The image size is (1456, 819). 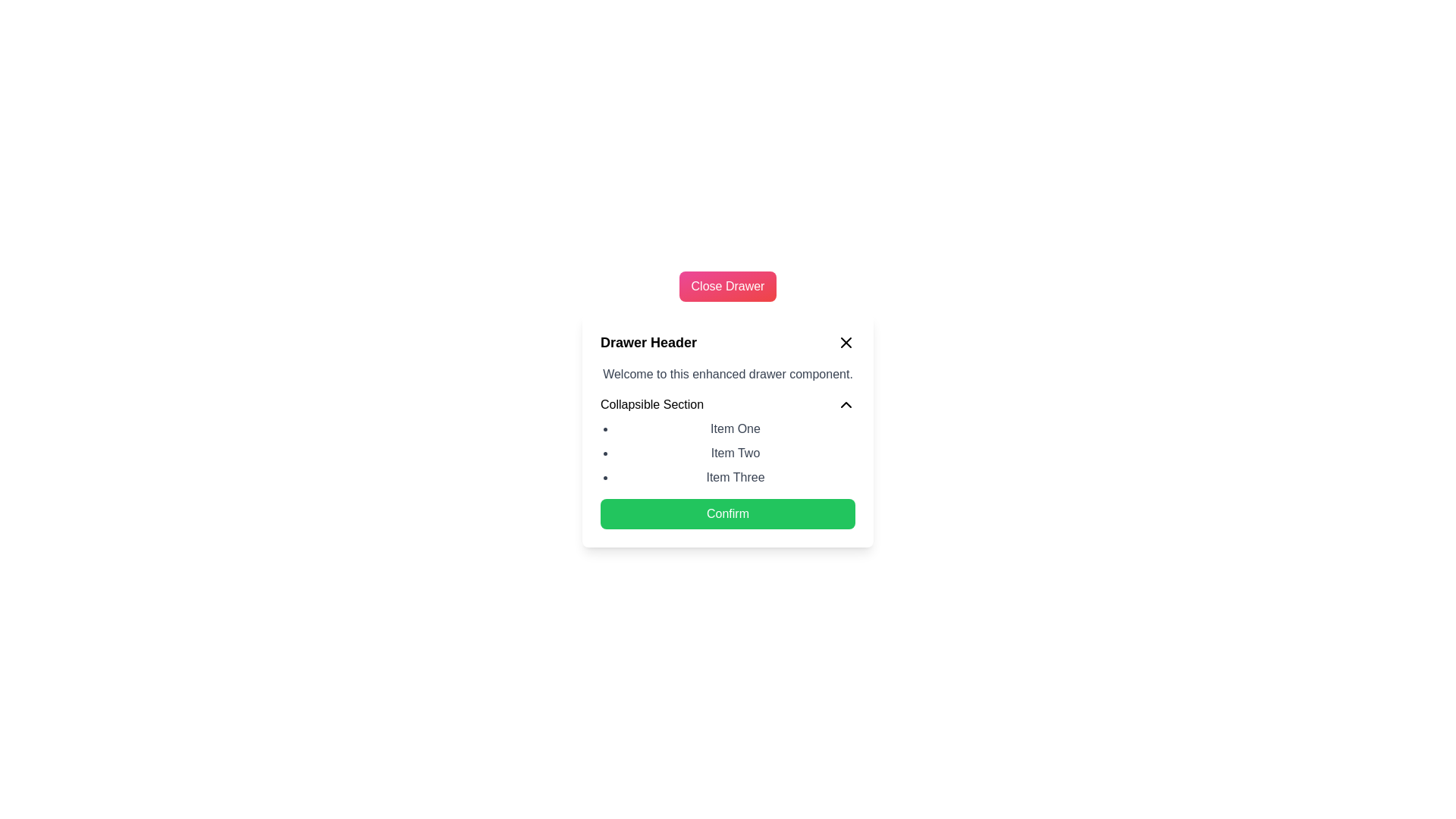 I want to click on the up-chevron toggle icon located to the right of the 'Collapsible Section' text, so click(x=846, y=403).